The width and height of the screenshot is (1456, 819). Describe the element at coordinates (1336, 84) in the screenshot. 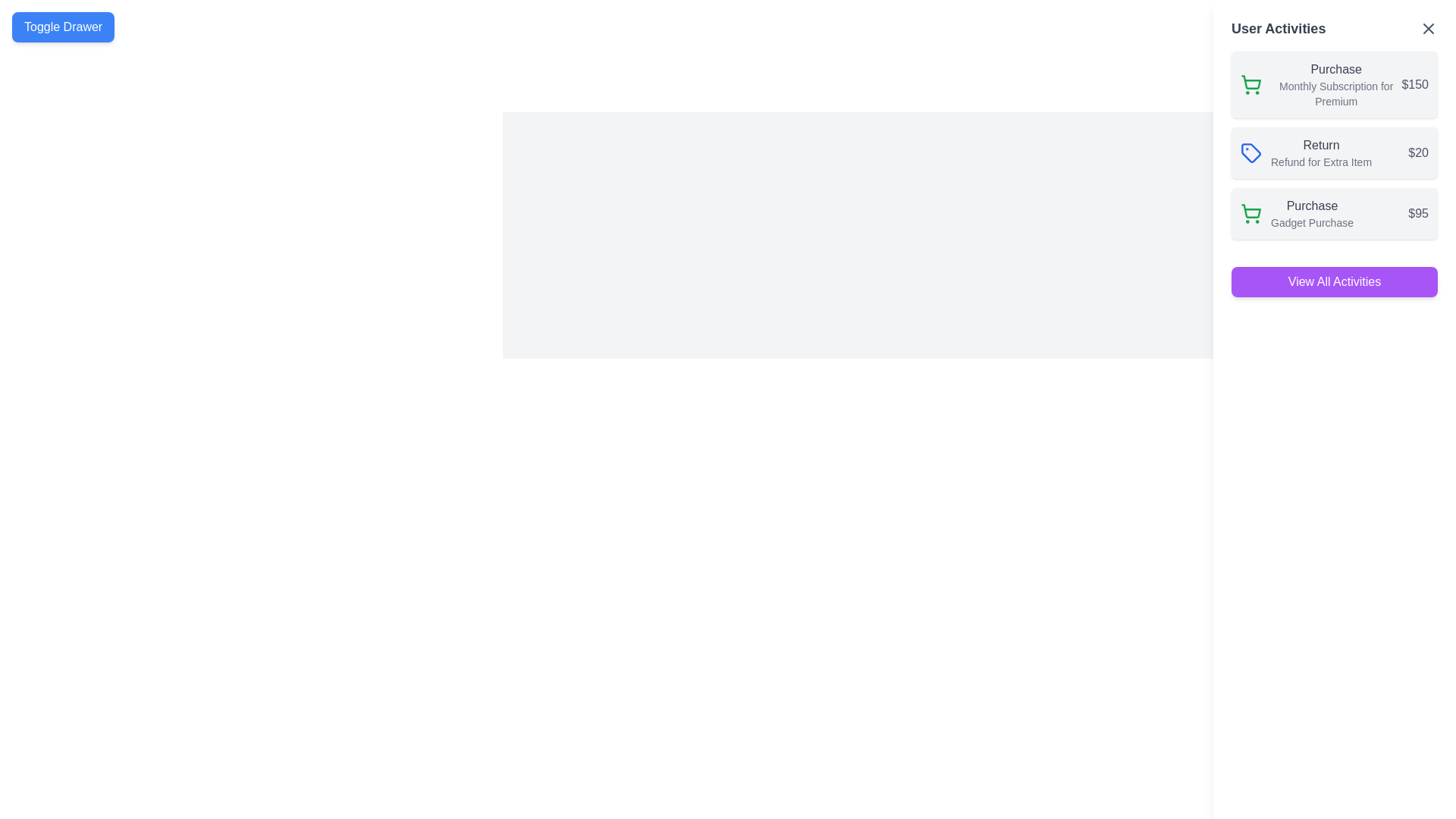

I see `text content of the Text Display element that shows 'Purchase' and 'Monthly Subscription for Premium' in the right sidebar` at that location.